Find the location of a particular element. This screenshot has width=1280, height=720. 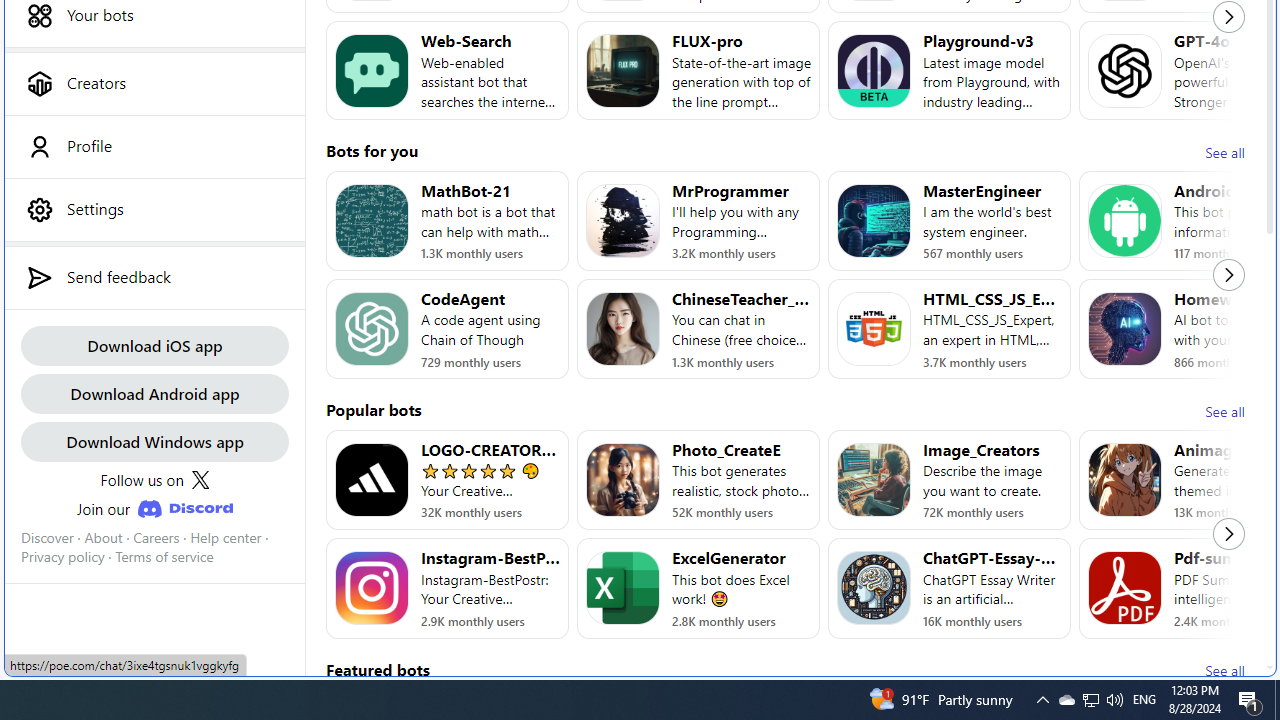

'Join our' is located at coordinates (153, 508).